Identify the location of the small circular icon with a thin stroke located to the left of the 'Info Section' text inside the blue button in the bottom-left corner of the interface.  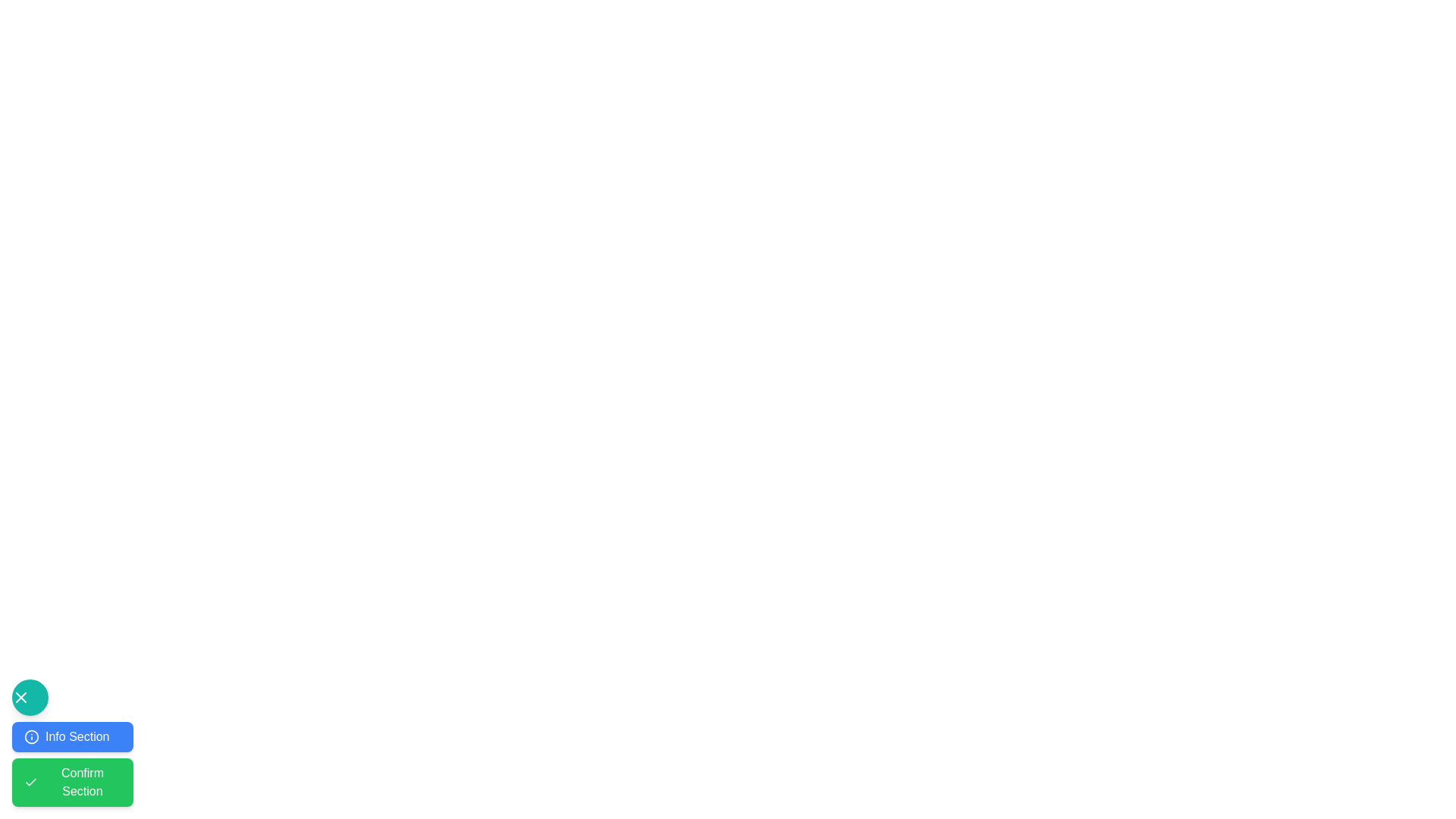
(32, 736).